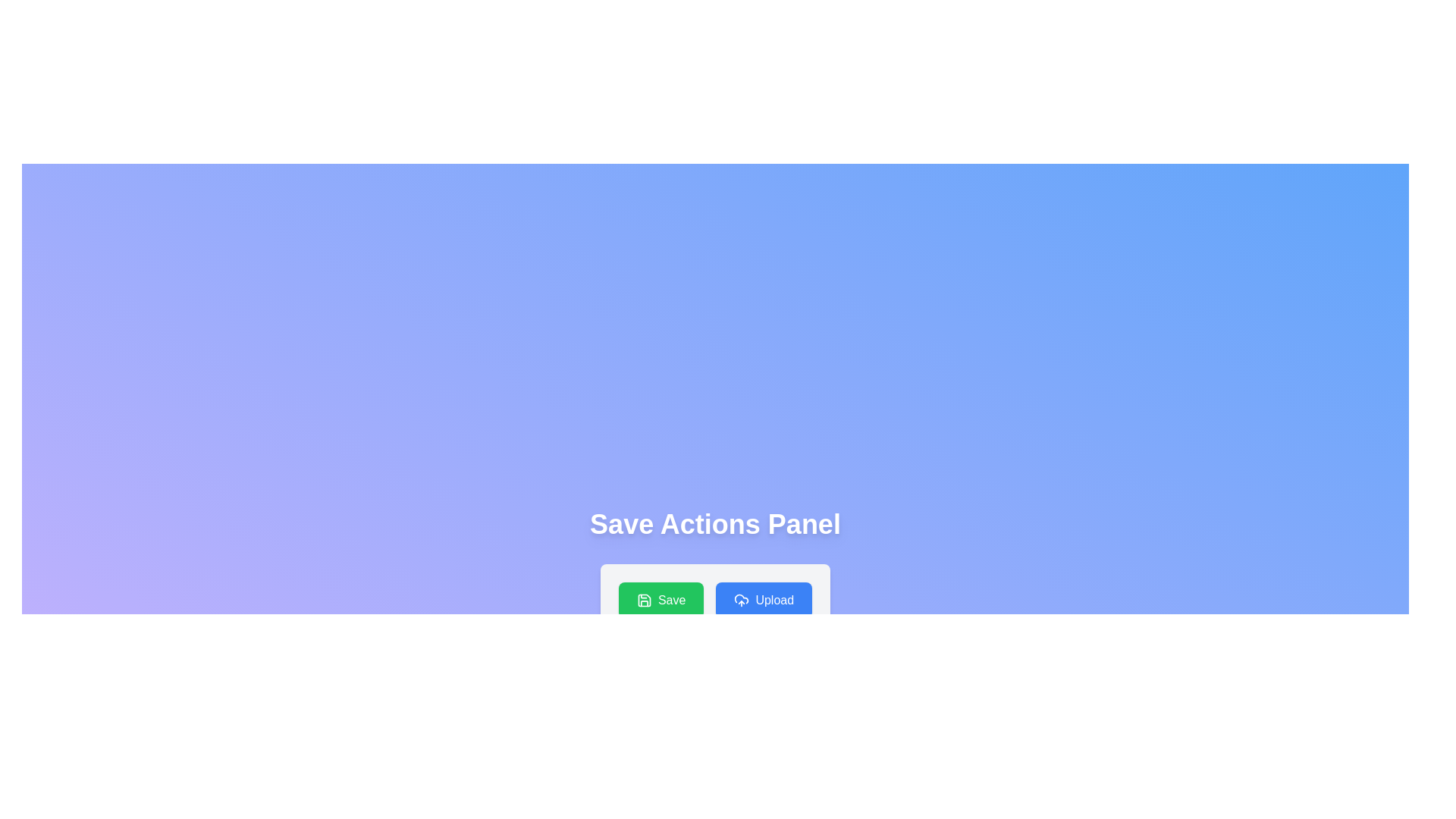  I want to click on the cloud-shaped upload icon with a blue background and white lines, which is part of the 'Upload' button located on the right side of the 'Save' button, so click(742, 599).